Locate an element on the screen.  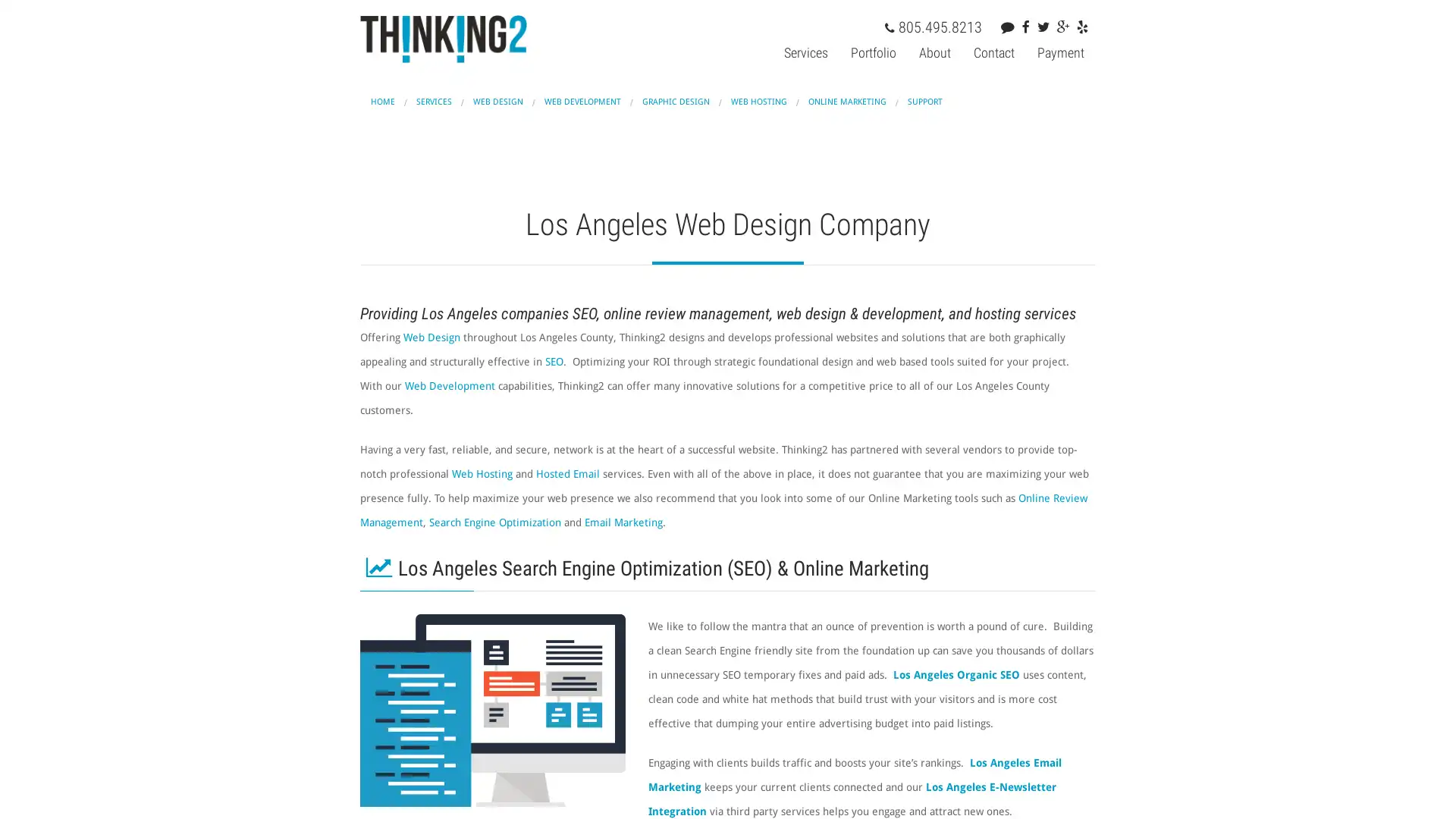
Services is located at coordinates (805, 52).